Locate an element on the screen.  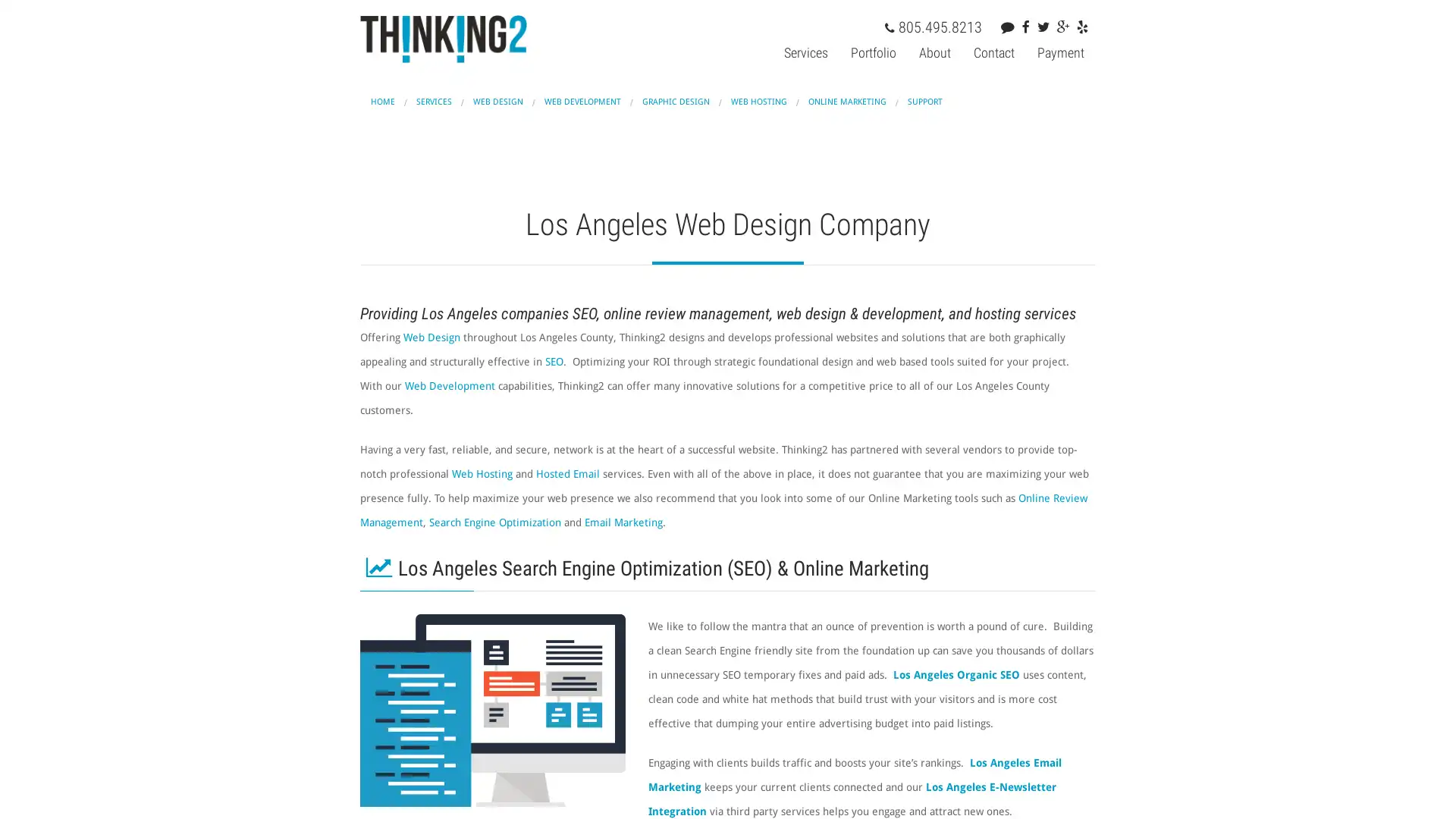
Services is located at coordinates (805, 52).